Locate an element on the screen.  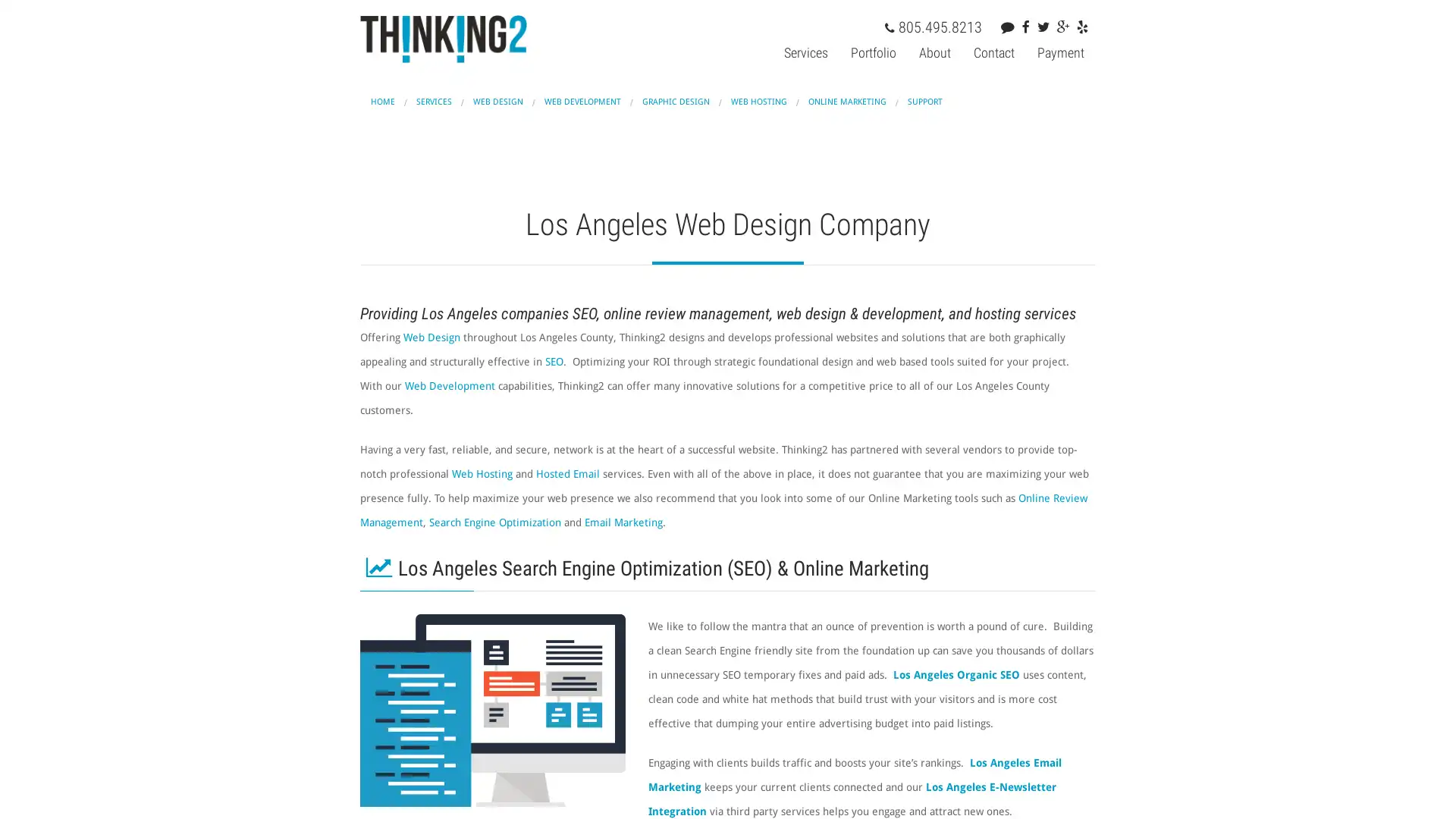
Services is located at coordinates (805, 52).